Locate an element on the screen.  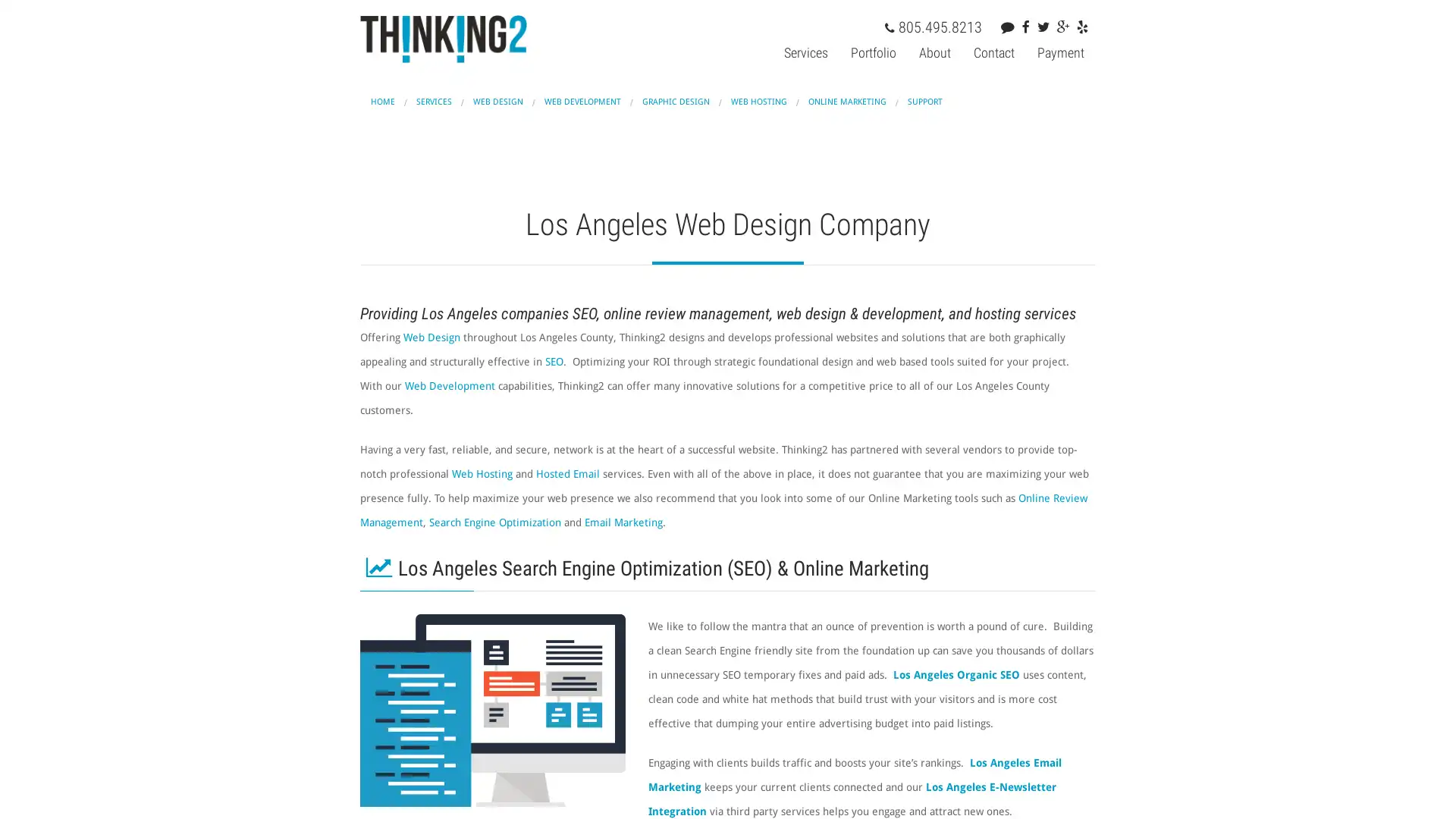
Services is located at coordinates (805, 52).